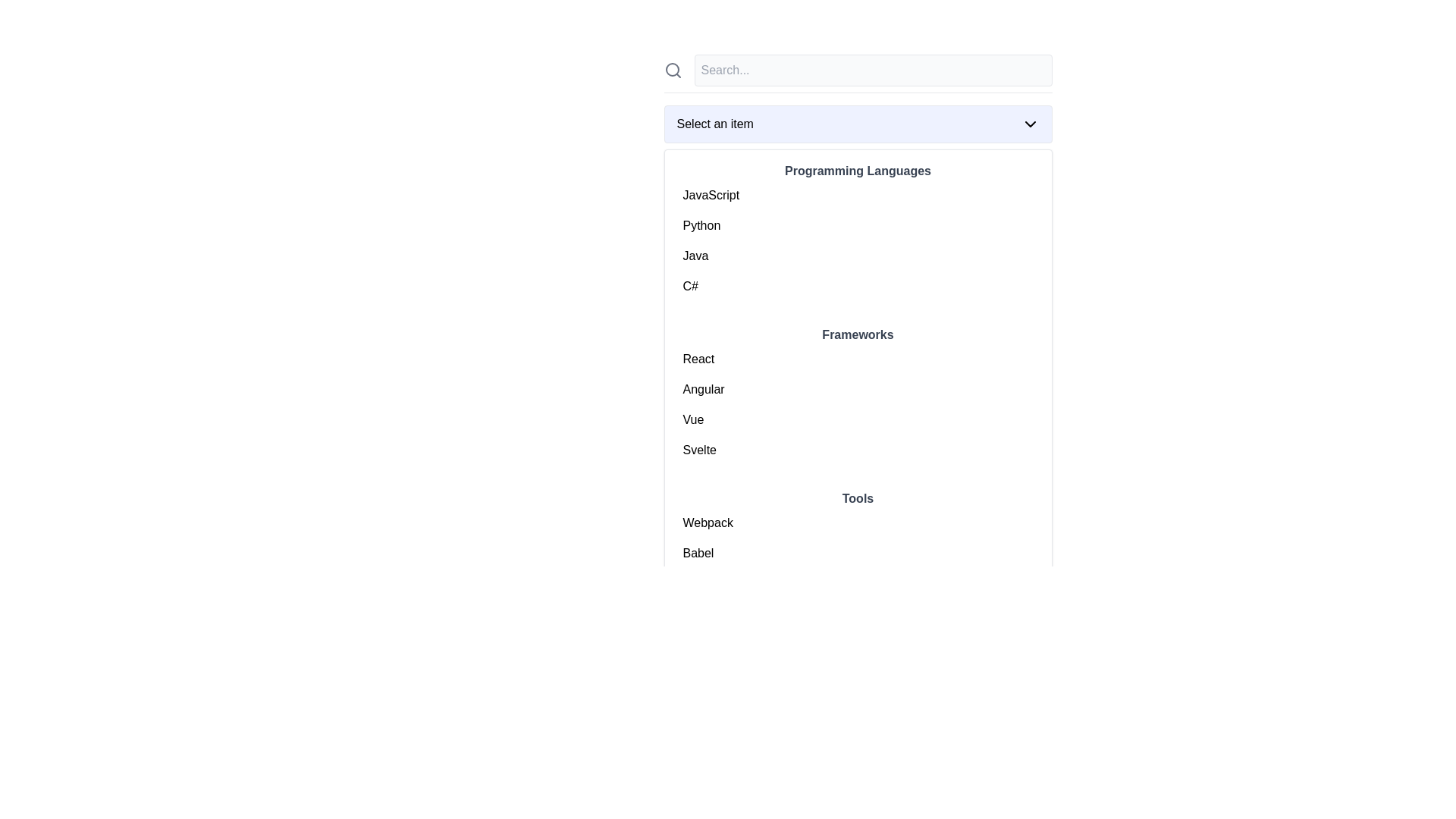 This screenshot has width=1456, height=819. Describe the element at coordinates (858, 450) in the screenshot. I see `the fourth list item in the 'Frameworks' category, which relates to the 'Svelte' framework` at that location.